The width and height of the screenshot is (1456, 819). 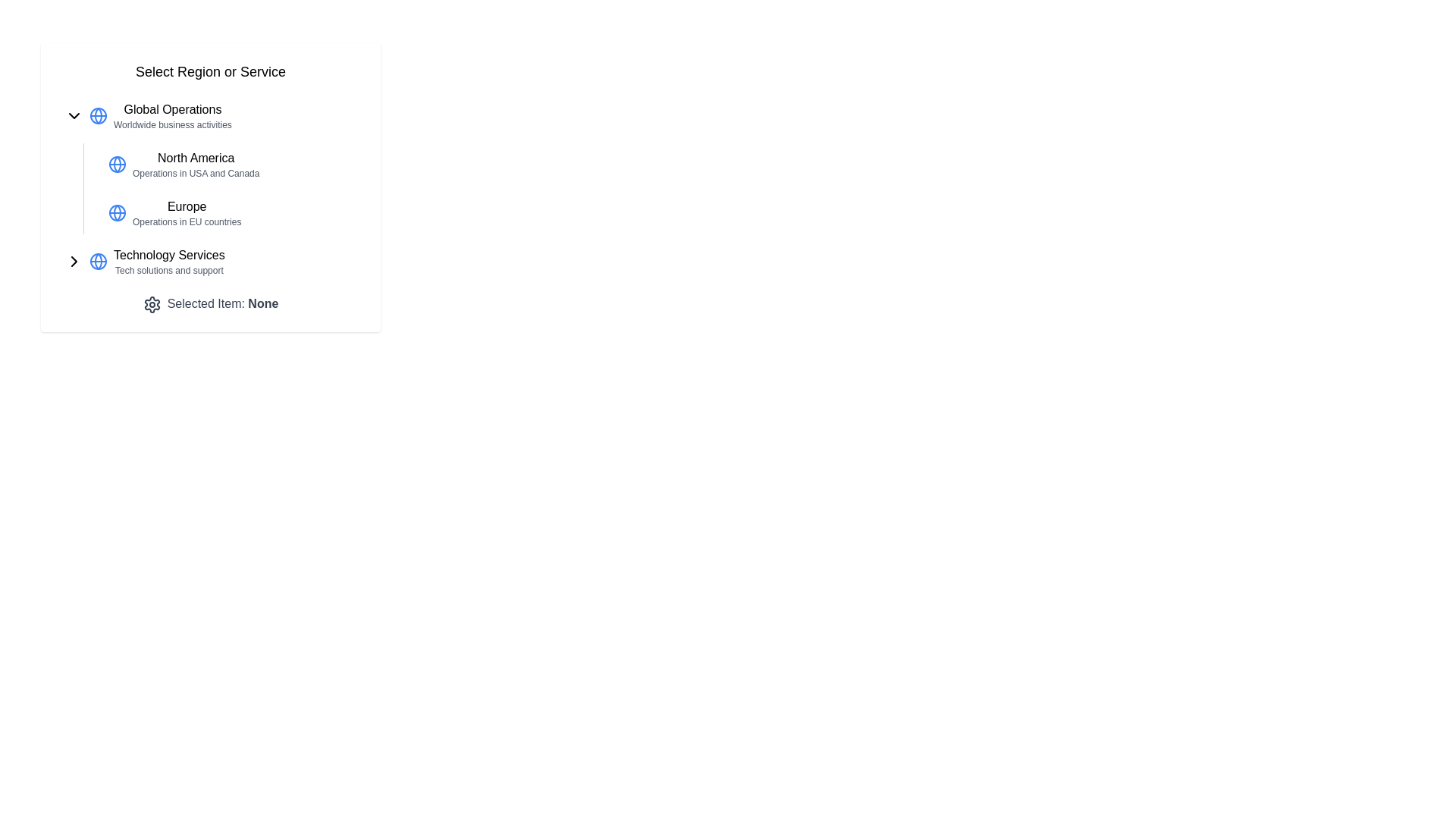 What do you see at coordinates (116, 213) in the screenshot?
I see `the SVG icon resembling a globe, which is styled in blue and located to the left of the text 'Europe'` at bounding box center [116, 213].